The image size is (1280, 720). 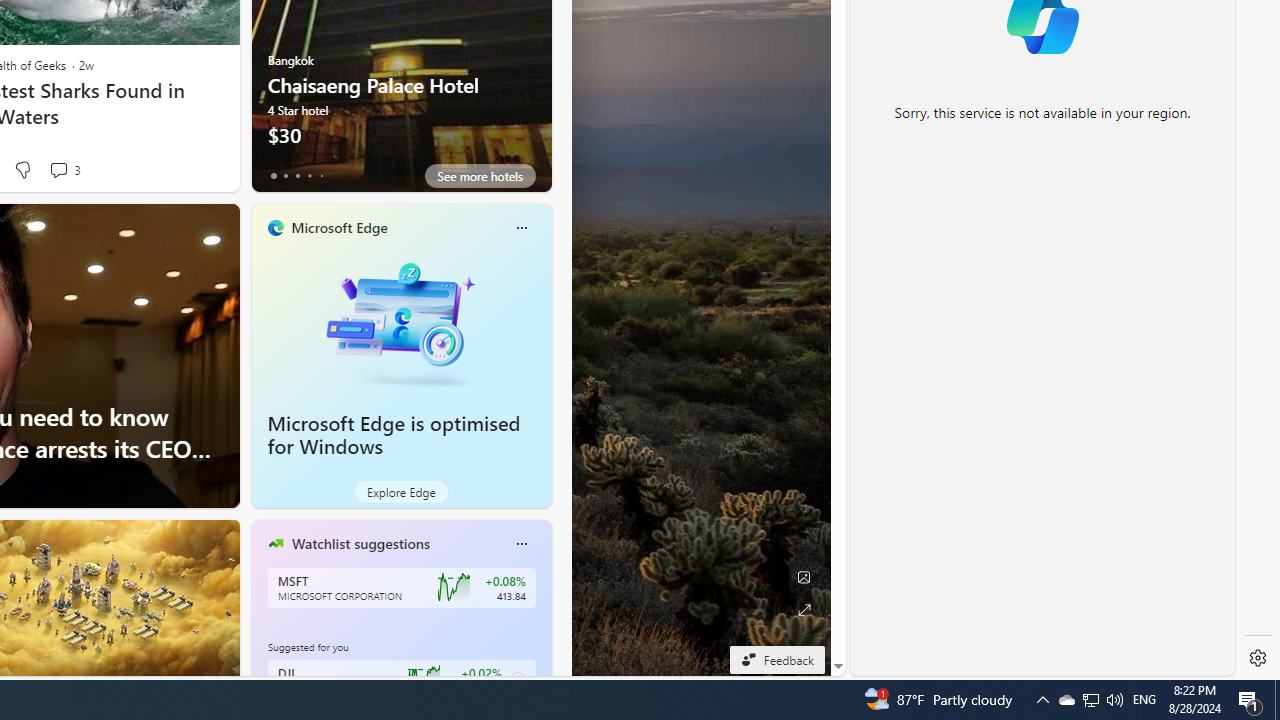 I want to click on 'tab-0', so click(x=272, y=175).